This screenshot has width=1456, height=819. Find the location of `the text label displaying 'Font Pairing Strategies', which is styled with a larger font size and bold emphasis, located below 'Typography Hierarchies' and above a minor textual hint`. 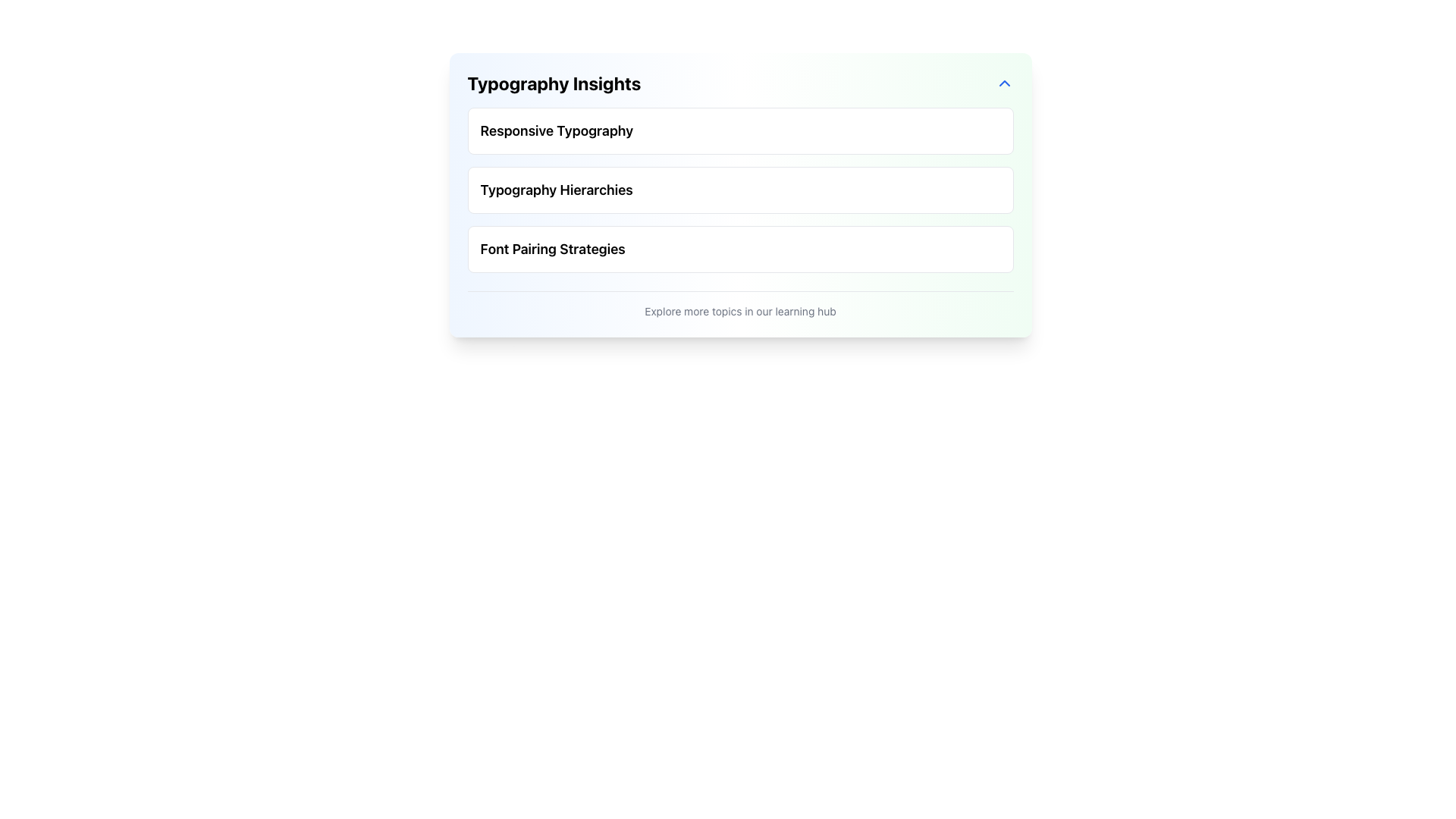

the text label displaying 'Font Pairing Strategies', which is styled with a larger font size and bold emphasis, located below 'Typography Hierarchies' and above a minor textual hint is located at coordinates (552, 248).